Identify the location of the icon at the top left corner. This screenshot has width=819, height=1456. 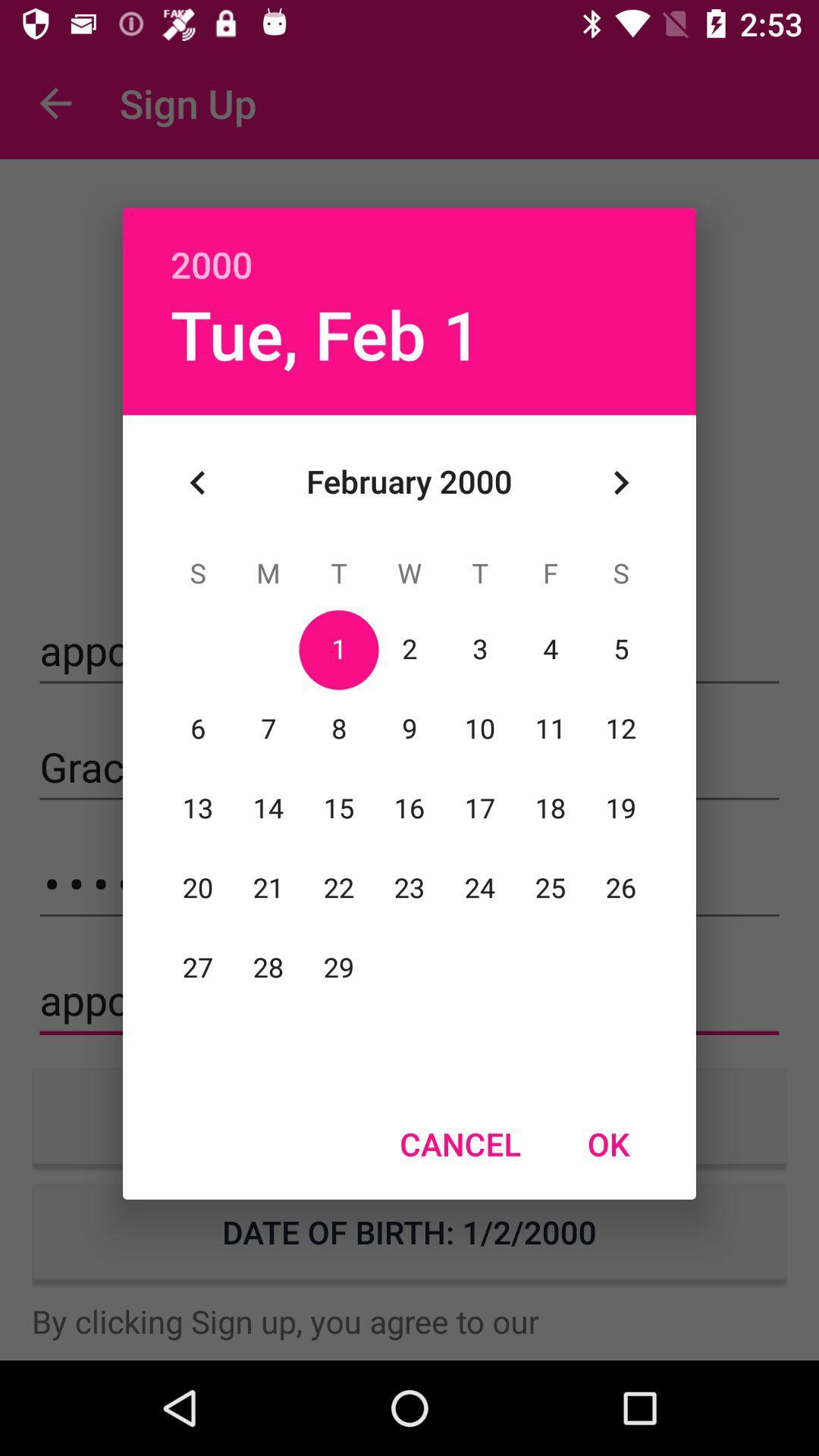
(197, 482).